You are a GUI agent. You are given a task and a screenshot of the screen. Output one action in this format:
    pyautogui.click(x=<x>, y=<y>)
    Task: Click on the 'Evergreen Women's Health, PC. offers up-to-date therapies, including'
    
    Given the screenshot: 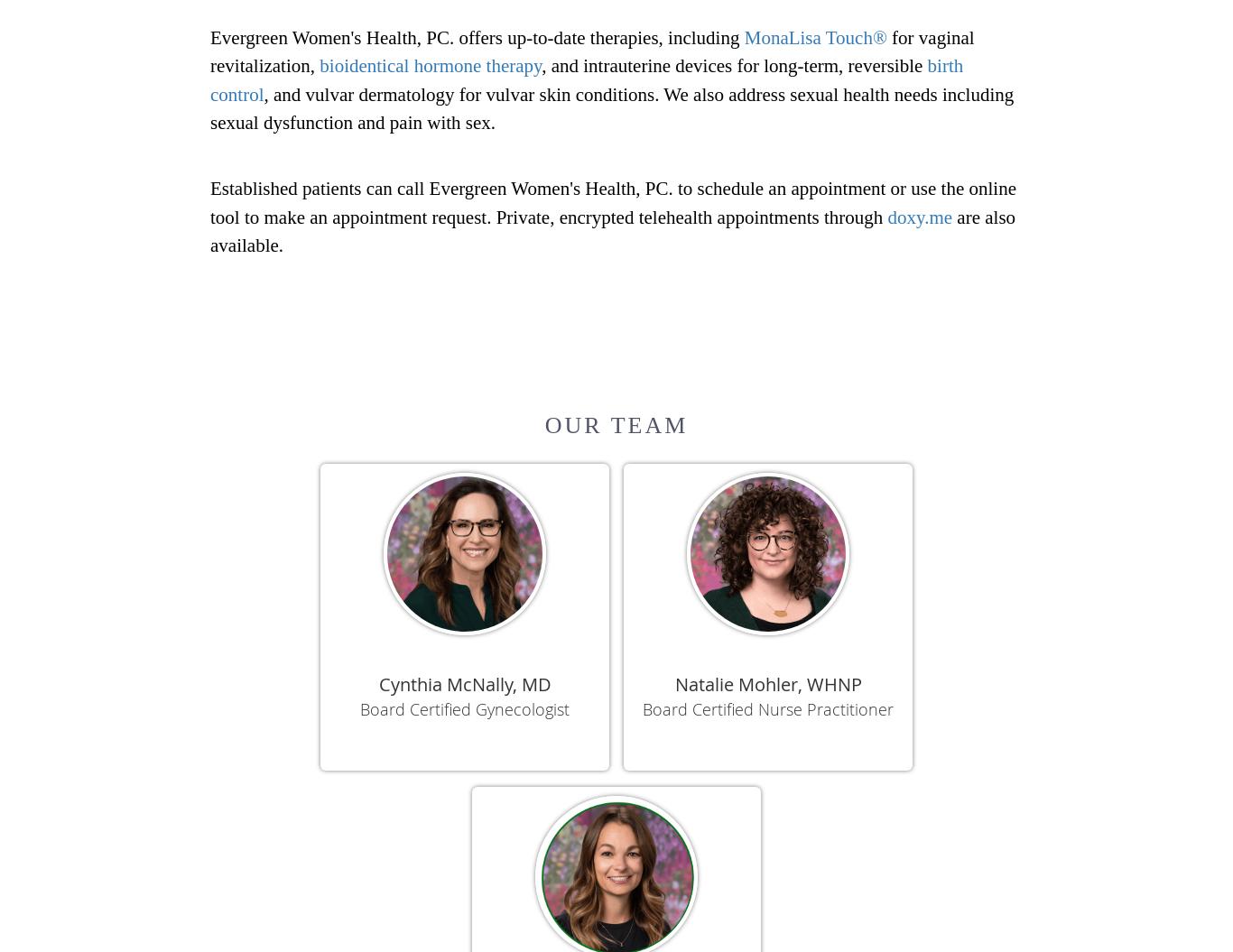 What is the action you would take?
    pyautogui.click(x=210, y=37)
    